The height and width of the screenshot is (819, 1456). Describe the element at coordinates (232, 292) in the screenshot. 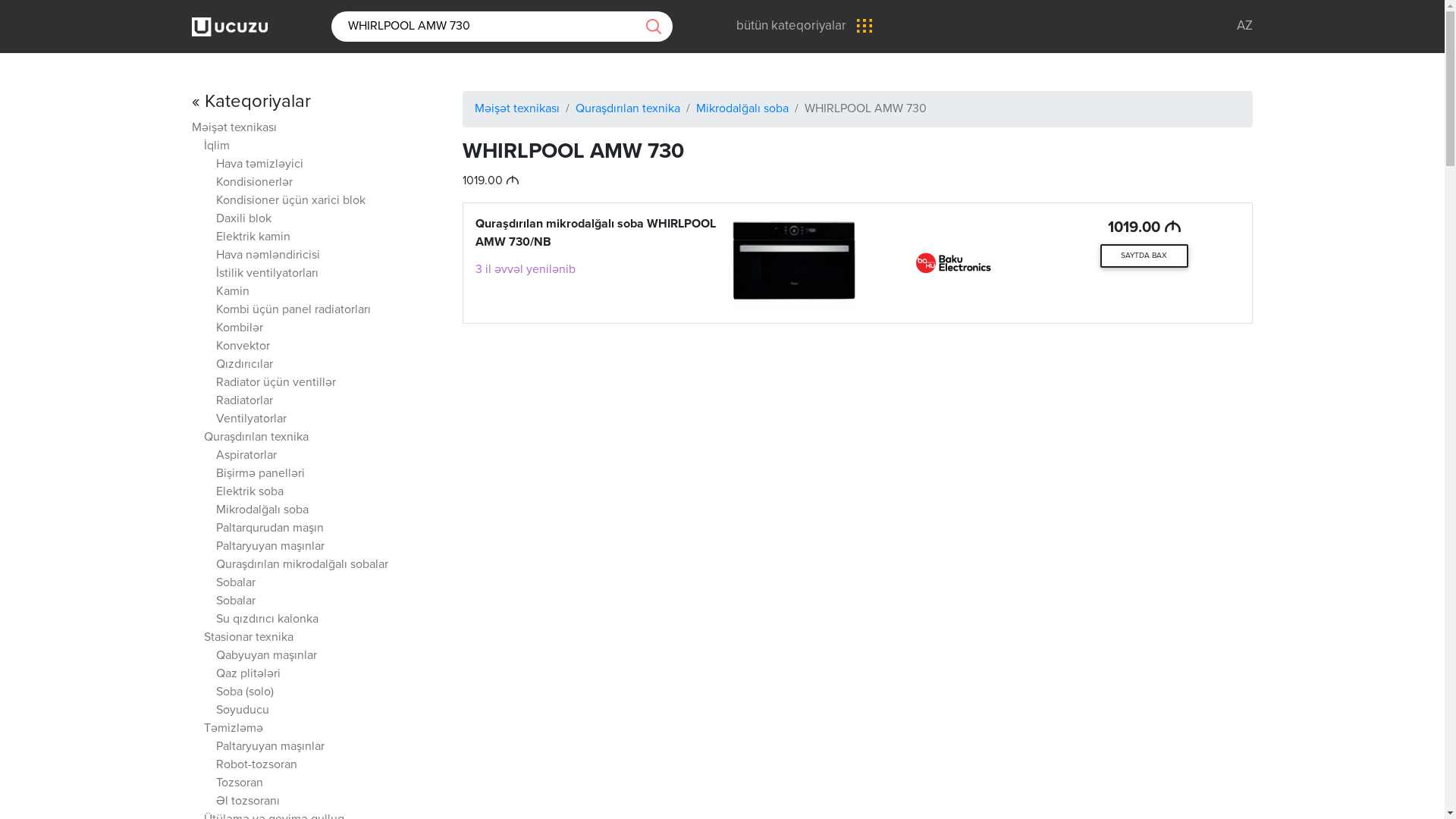

I see `'Kamin'` at that location.